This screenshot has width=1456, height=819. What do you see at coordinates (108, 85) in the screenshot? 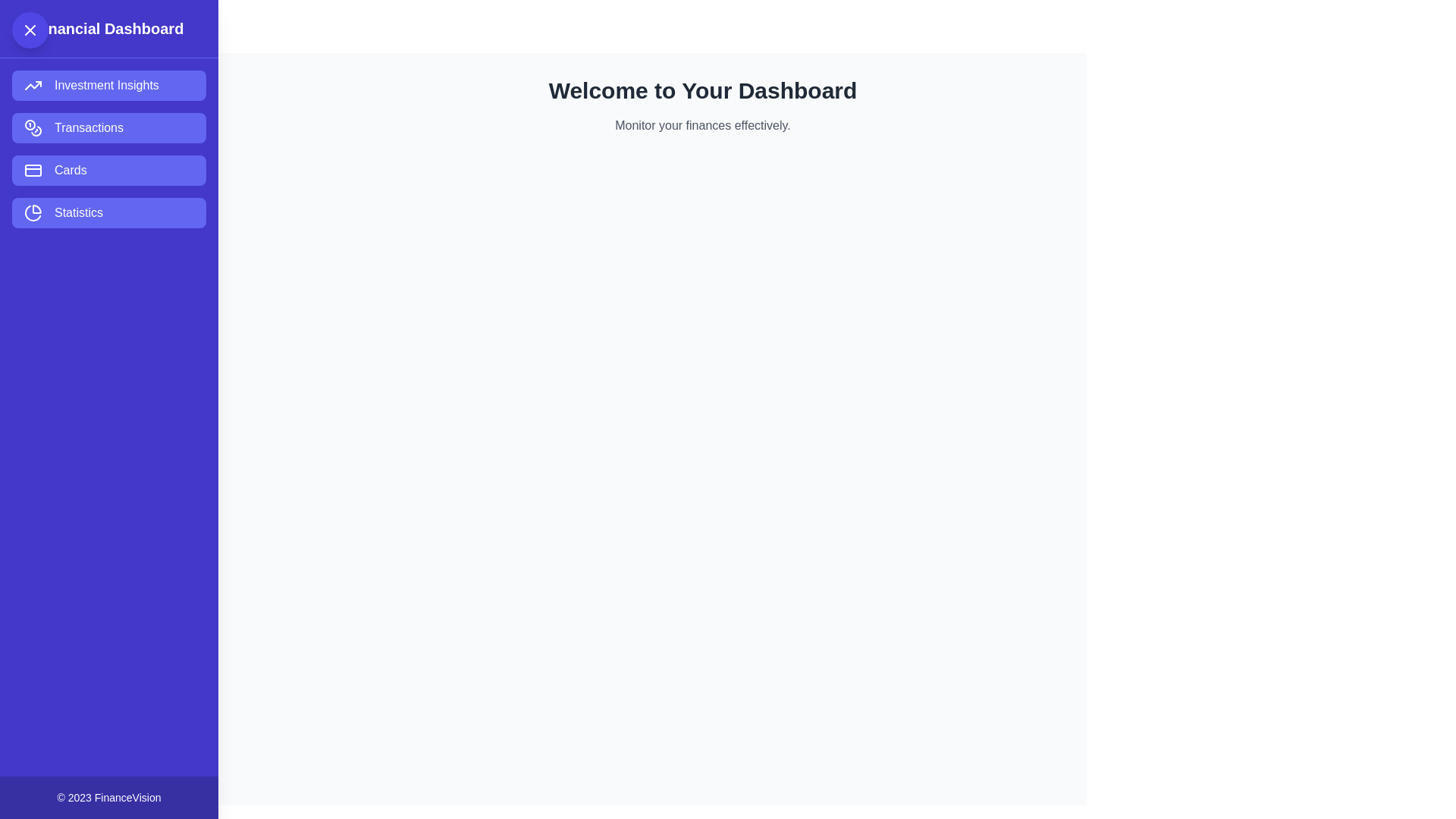
I see `the 'Investment Insights' button, which is a rectangular button with rounded corners, an indigo background, and an upward-trending arrow icon` at bounding box center [108, 85].